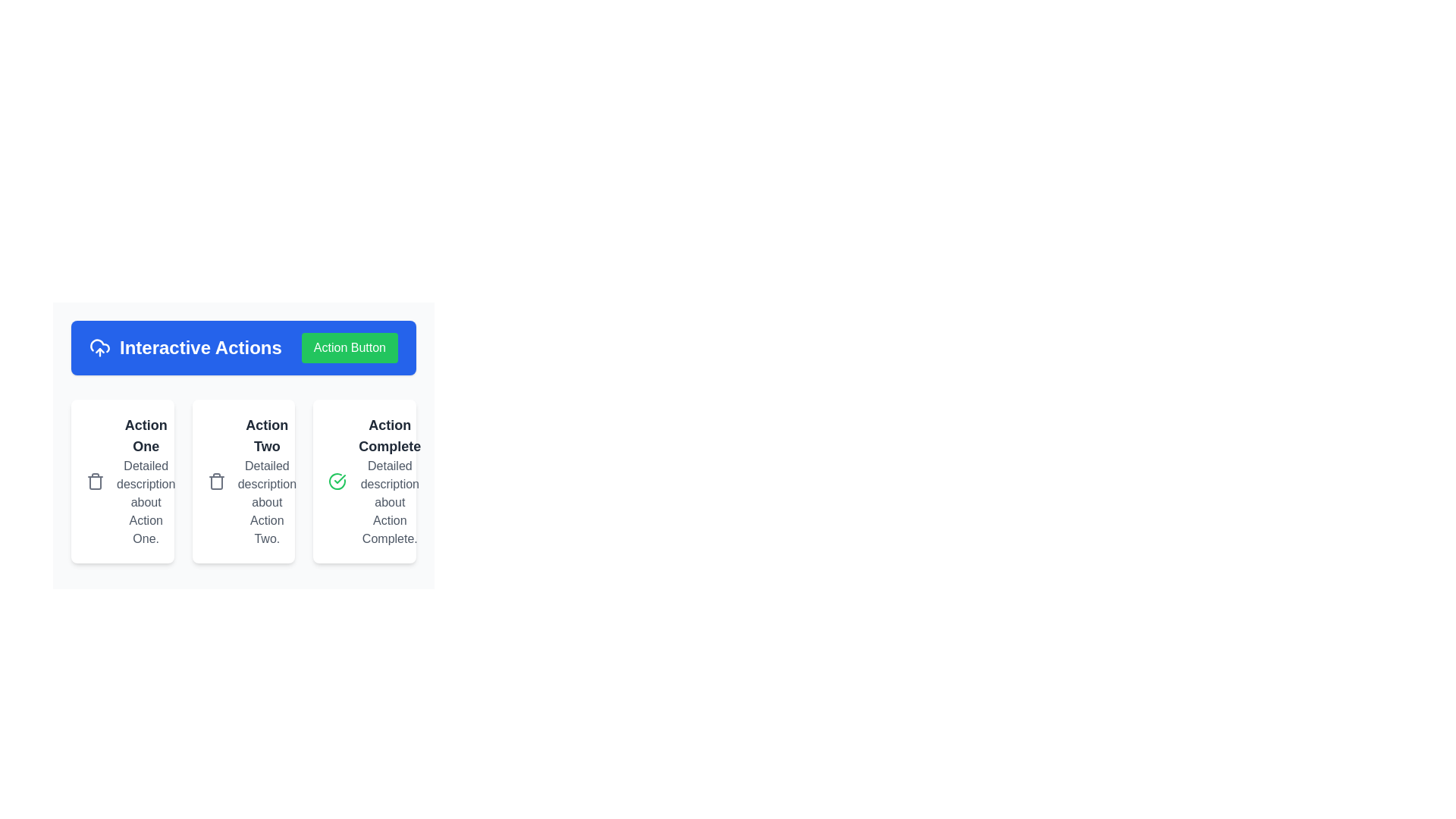  I want to click on the upload icon representing cloud storage functionality, located as the leftmost icon in the horizontal layout next to the 'Interactive Actions' heading, so click(99, 348).